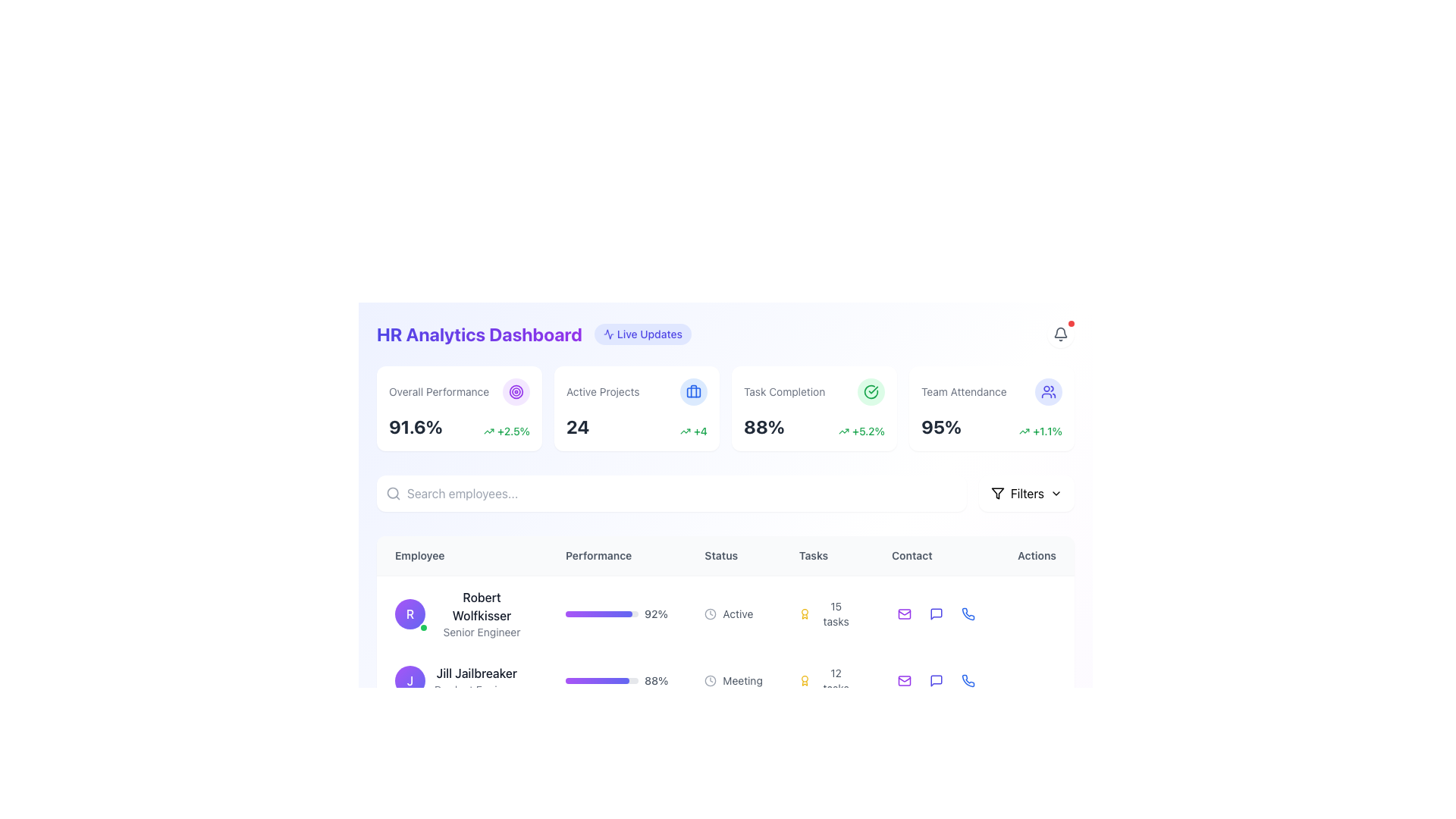 The width and height of the screenshot is (1456, 819). I want to click on the upward trending green arrow icon located before the '+5.2%' text in the 'Task Completion' section, so click(843, 431).